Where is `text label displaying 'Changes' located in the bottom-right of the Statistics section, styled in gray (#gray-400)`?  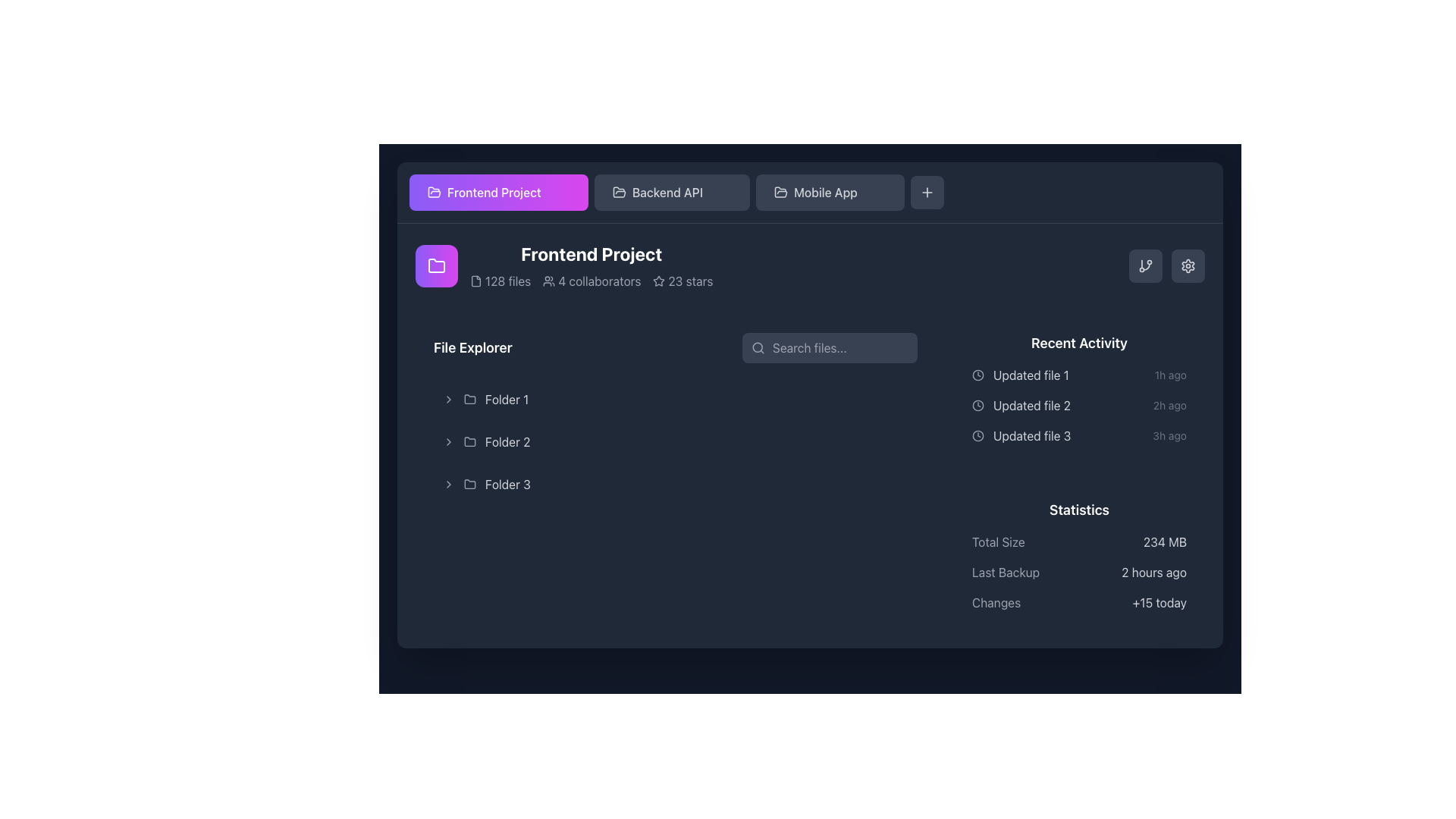 text label displaying 'Changes' located in the bottom-right of the Statistics section, styled in gray (#gray-400) is located at coordinates (996, 601).